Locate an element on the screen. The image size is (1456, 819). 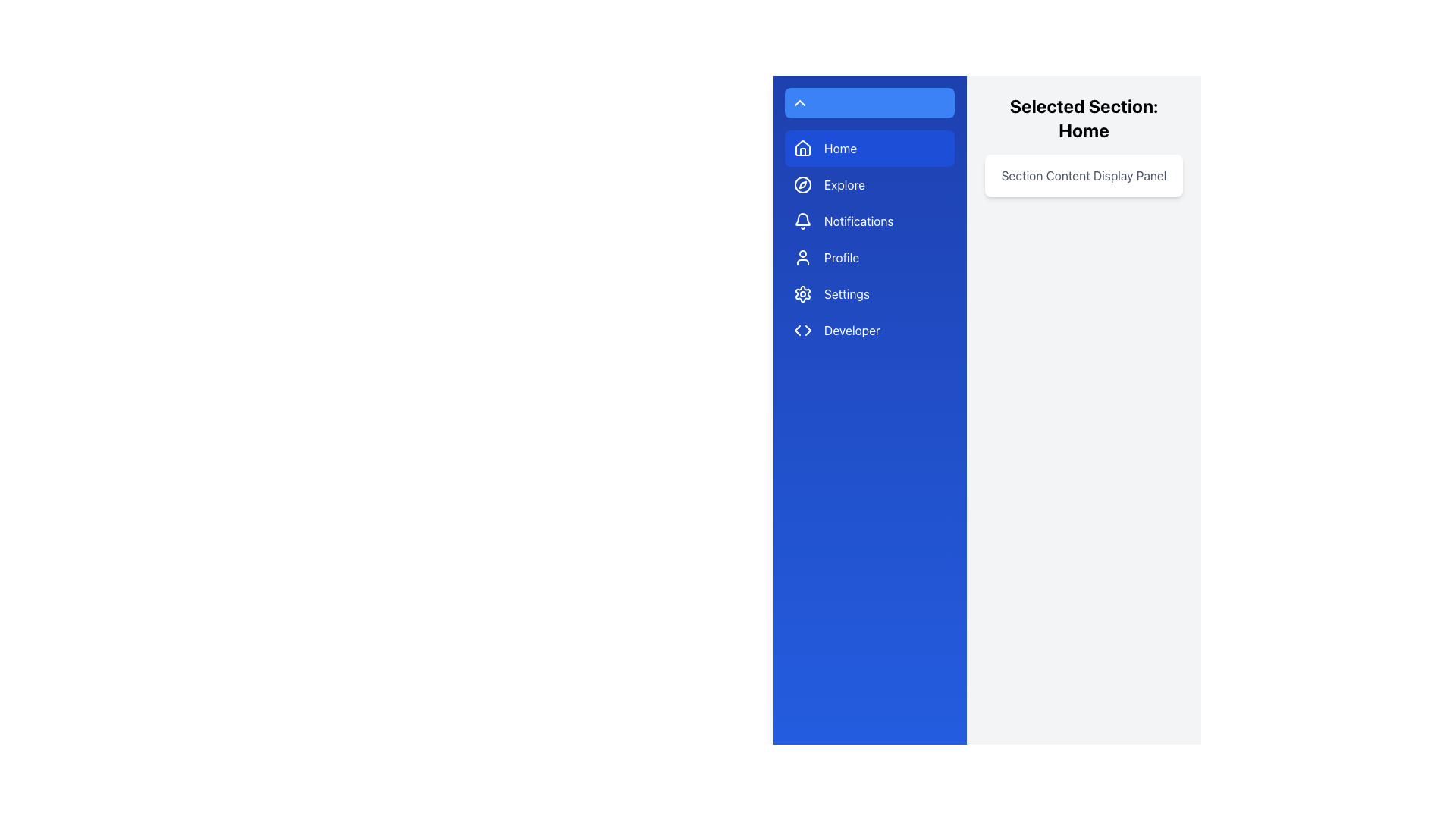
the 'Profile' button in the navigation sidebar is located at coordinates (870, 256).